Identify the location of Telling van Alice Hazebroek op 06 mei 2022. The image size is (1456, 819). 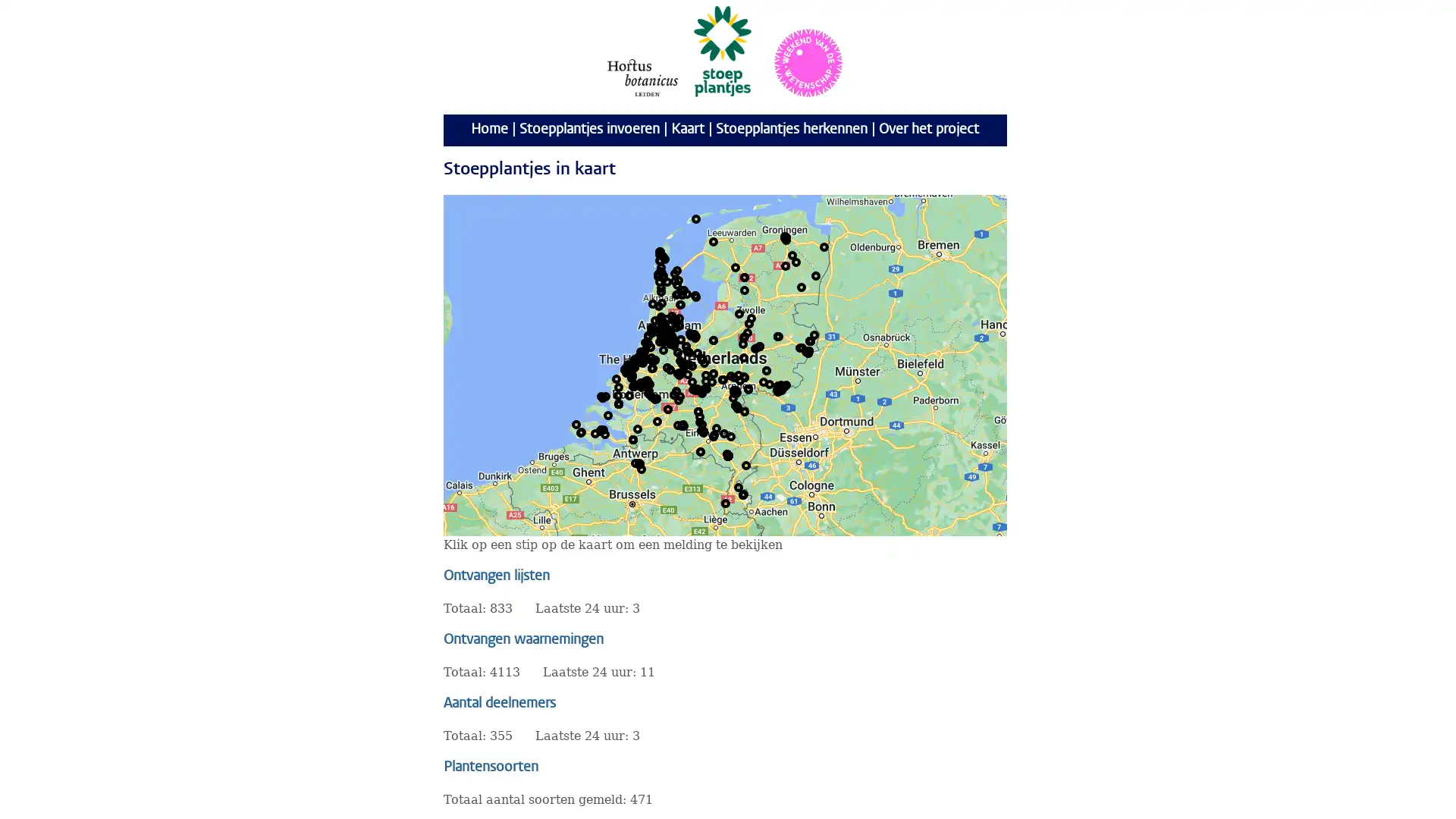
(600, 394).